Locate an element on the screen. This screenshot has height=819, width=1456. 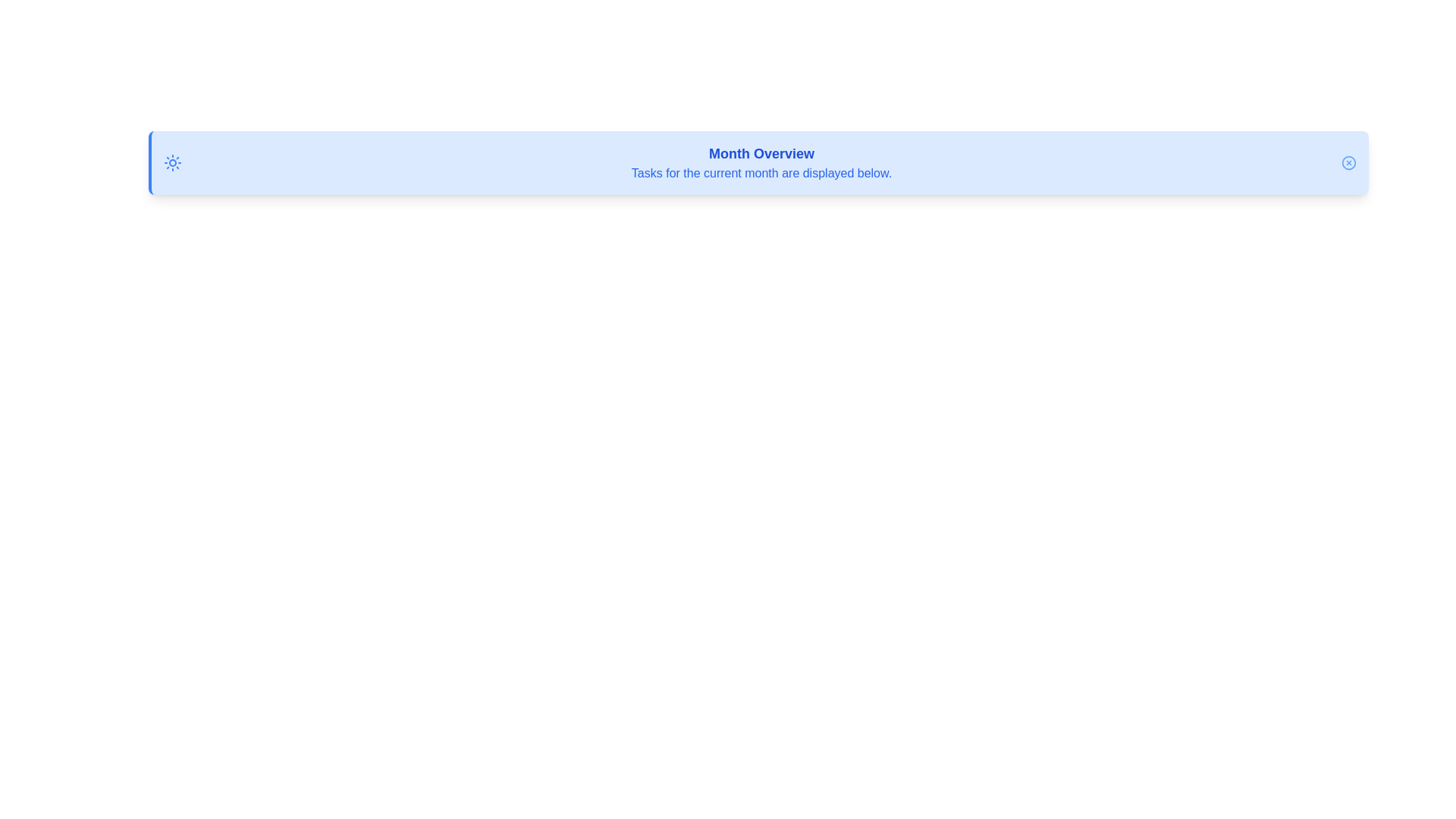
the Sun icon next to the alert title is located at coordinates (172, 163).